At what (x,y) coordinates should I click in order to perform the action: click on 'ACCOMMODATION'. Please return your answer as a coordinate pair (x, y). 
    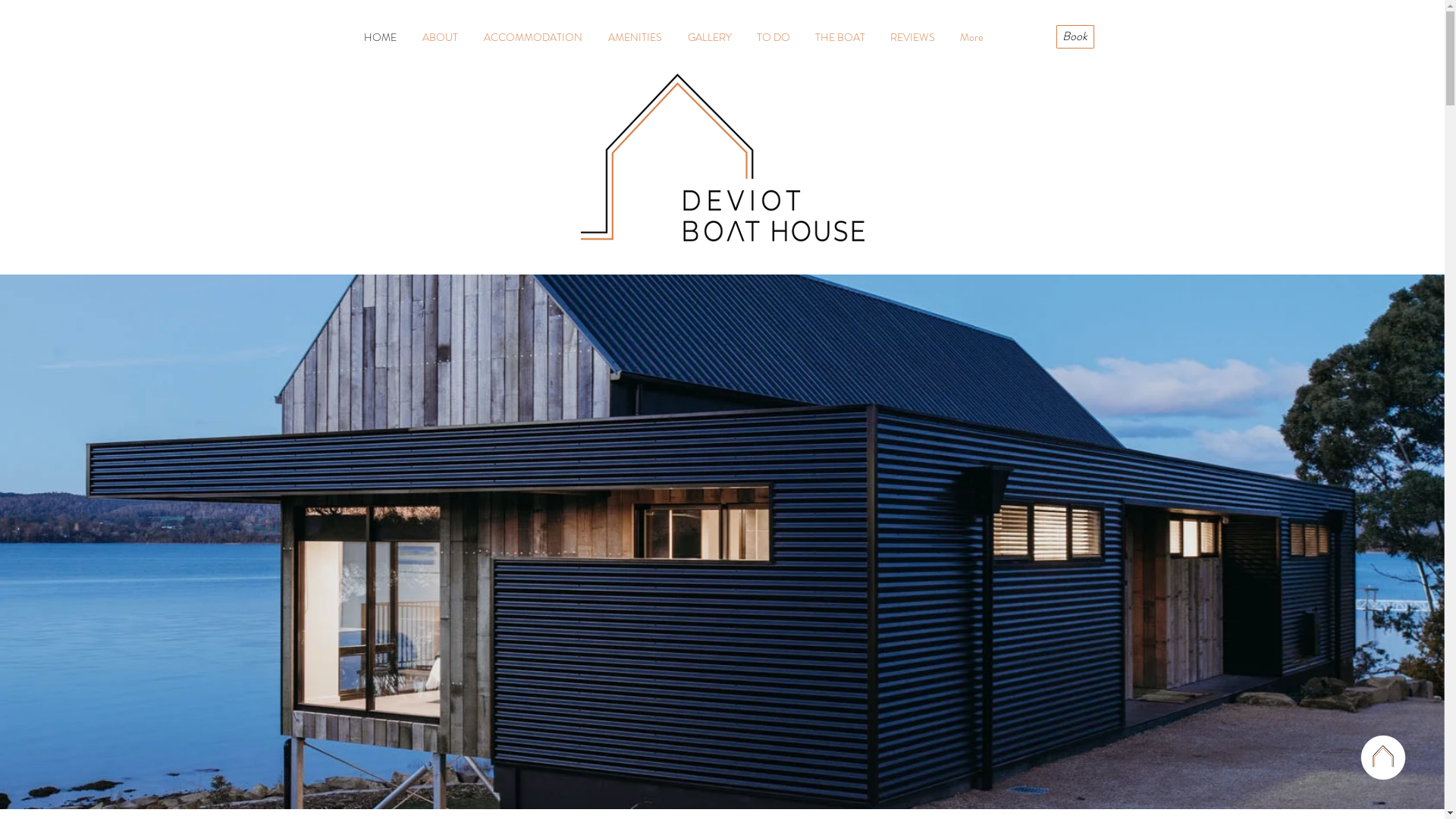
    Looking at the image, I should click on (469, 36).